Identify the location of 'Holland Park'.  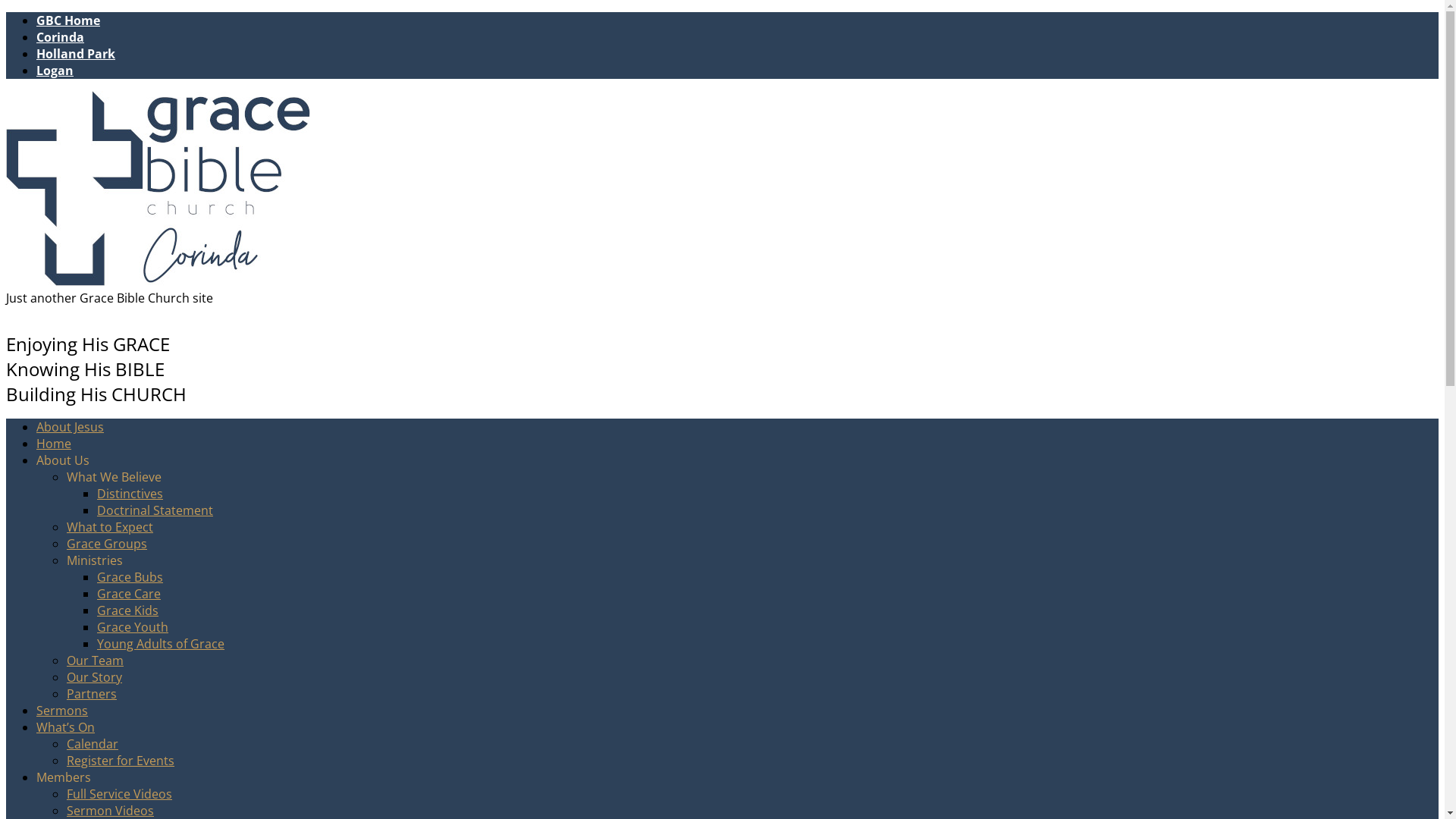
(75, 52).